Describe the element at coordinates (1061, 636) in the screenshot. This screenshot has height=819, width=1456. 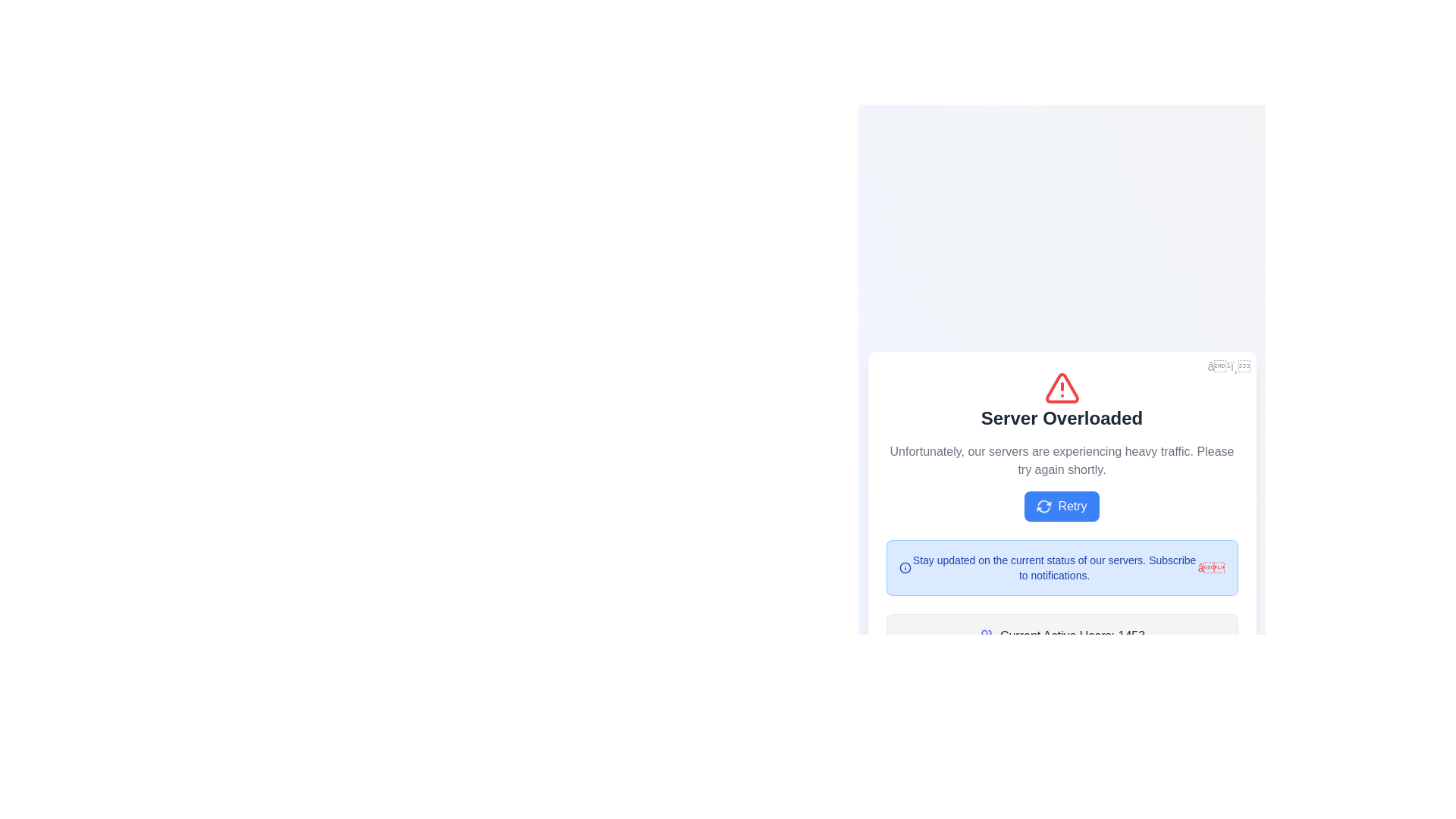
I see `the informative text with icon that displays the count of active users, located near the bottom of the main interface panel and centered horizontally` at that location.